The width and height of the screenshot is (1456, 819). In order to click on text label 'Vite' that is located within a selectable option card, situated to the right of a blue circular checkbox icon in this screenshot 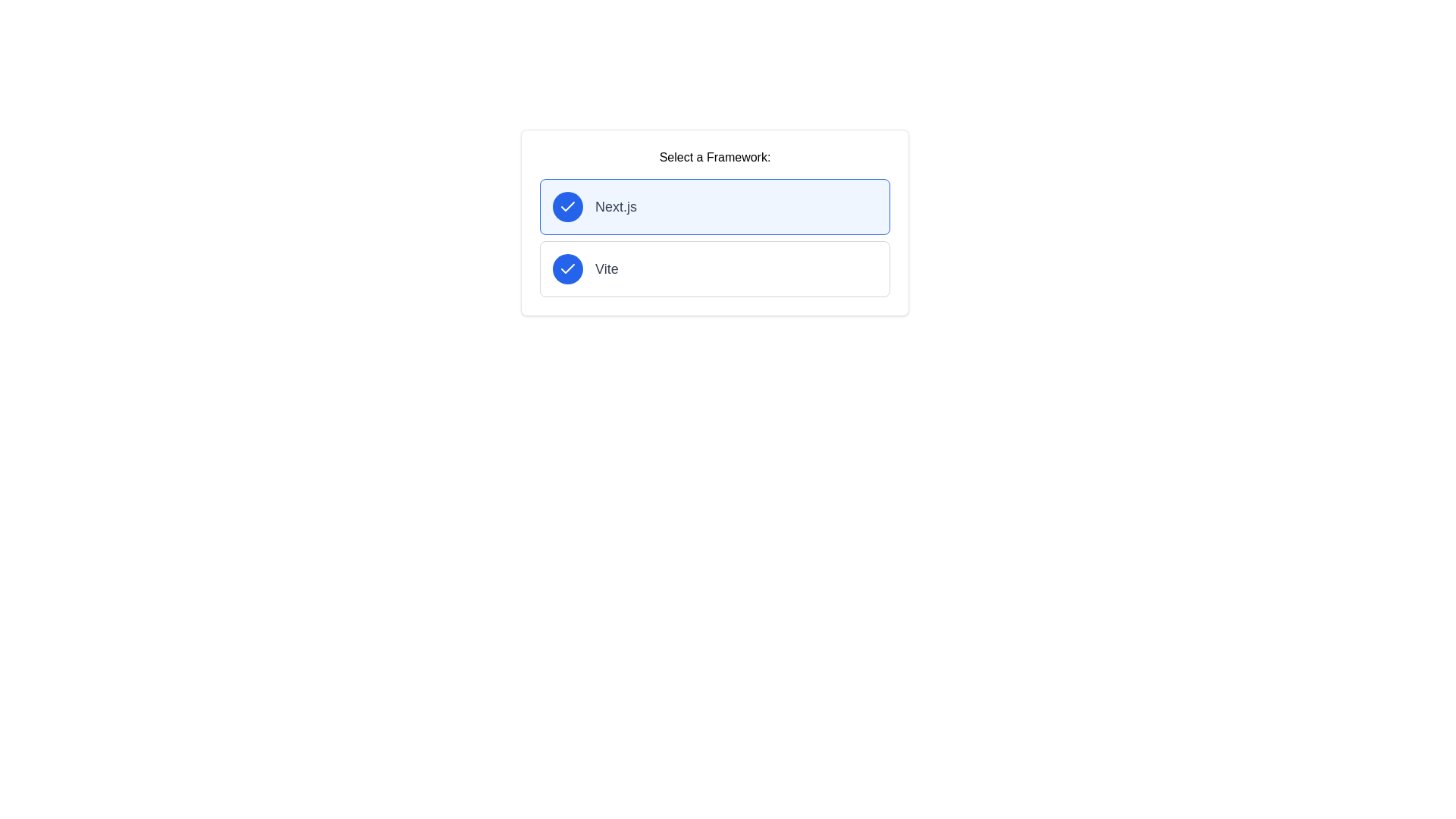, I will do `click(607, 268)`.